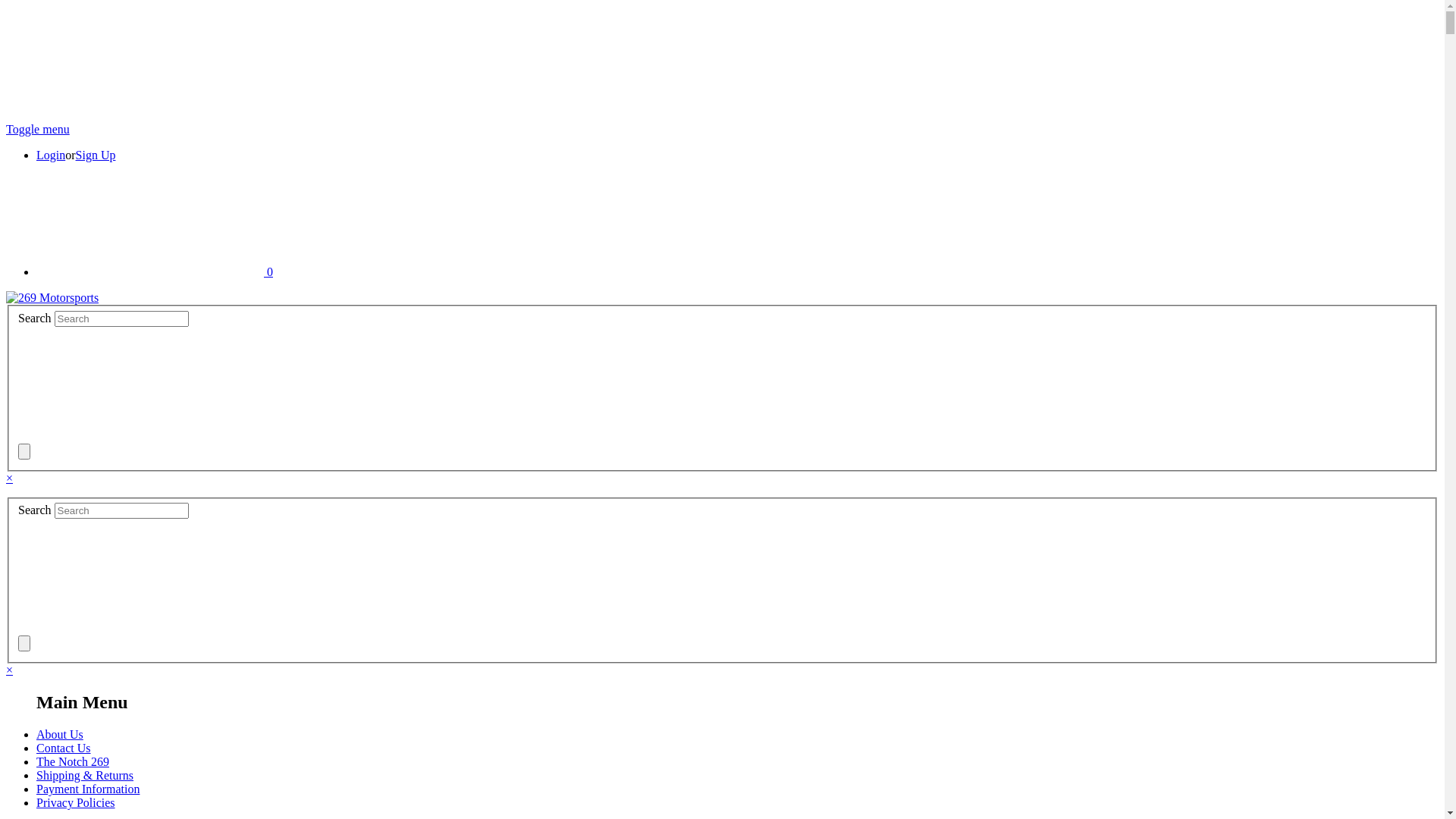 This screenshot has width=1456, height=819. I want to click on 'Payment Information', so click(86, 788).